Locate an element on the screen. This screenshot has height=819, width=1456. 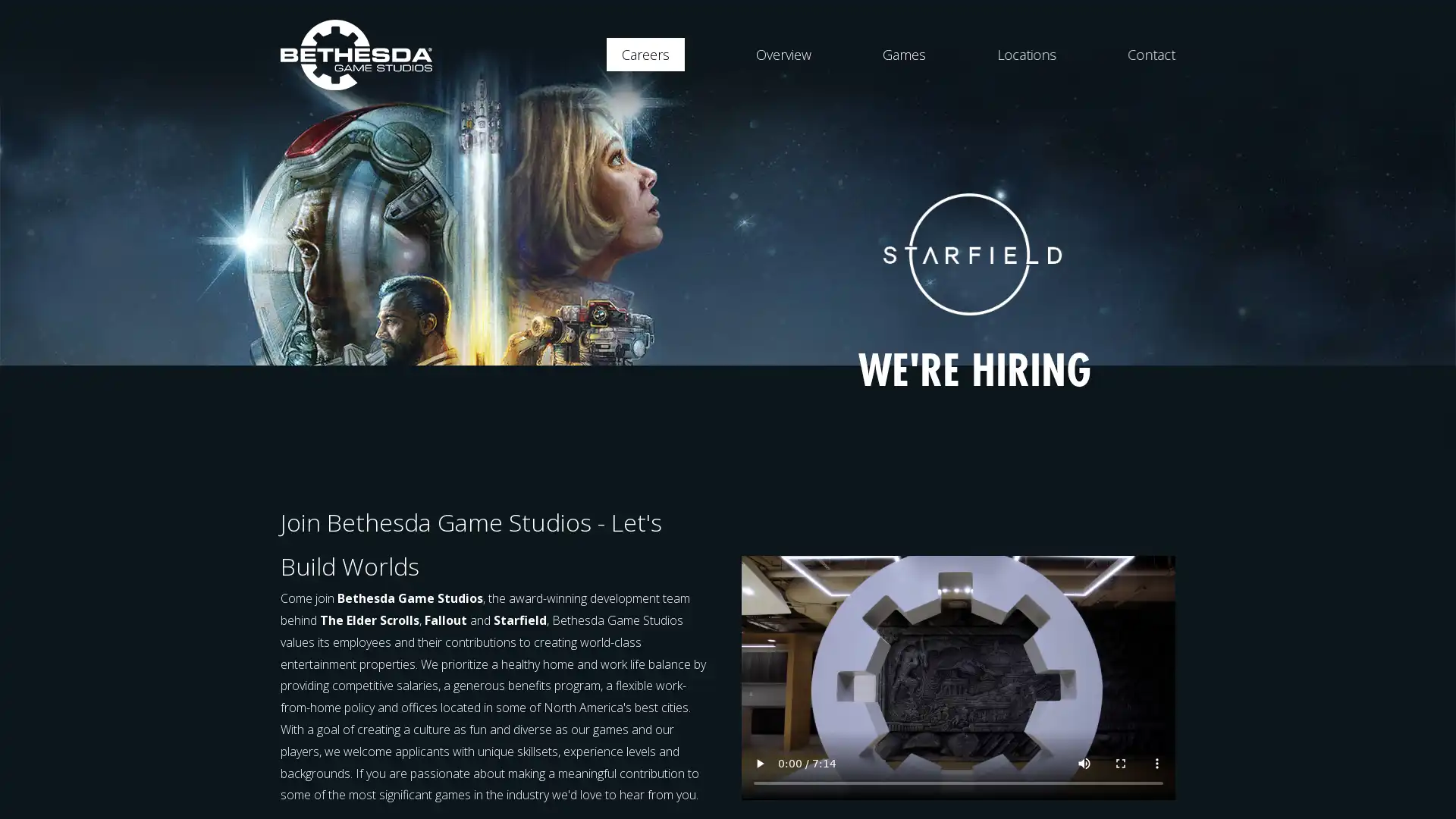
mute is located at coordinates (1084, 763).